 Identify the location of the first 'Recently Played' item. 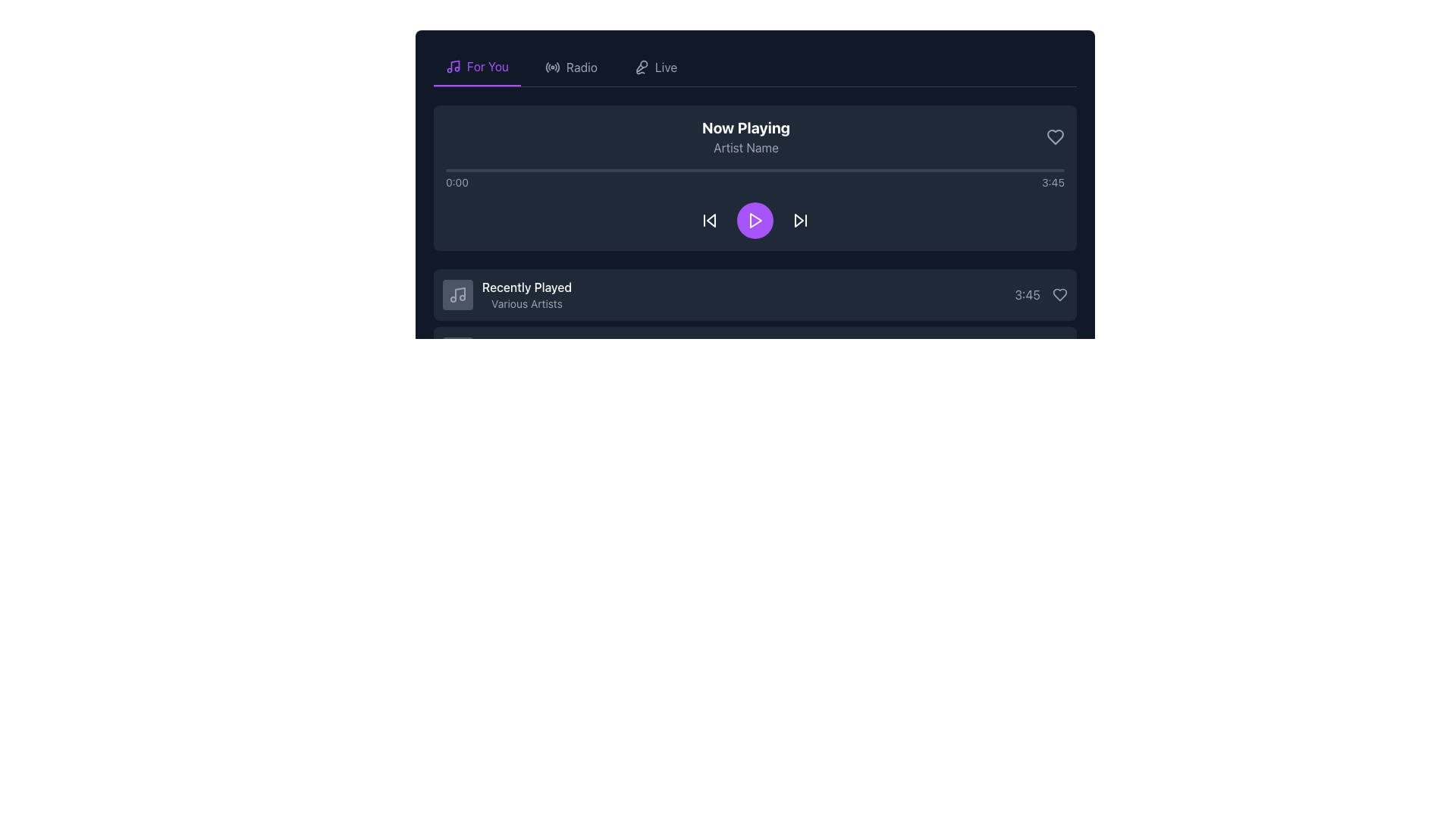
(755, 295).